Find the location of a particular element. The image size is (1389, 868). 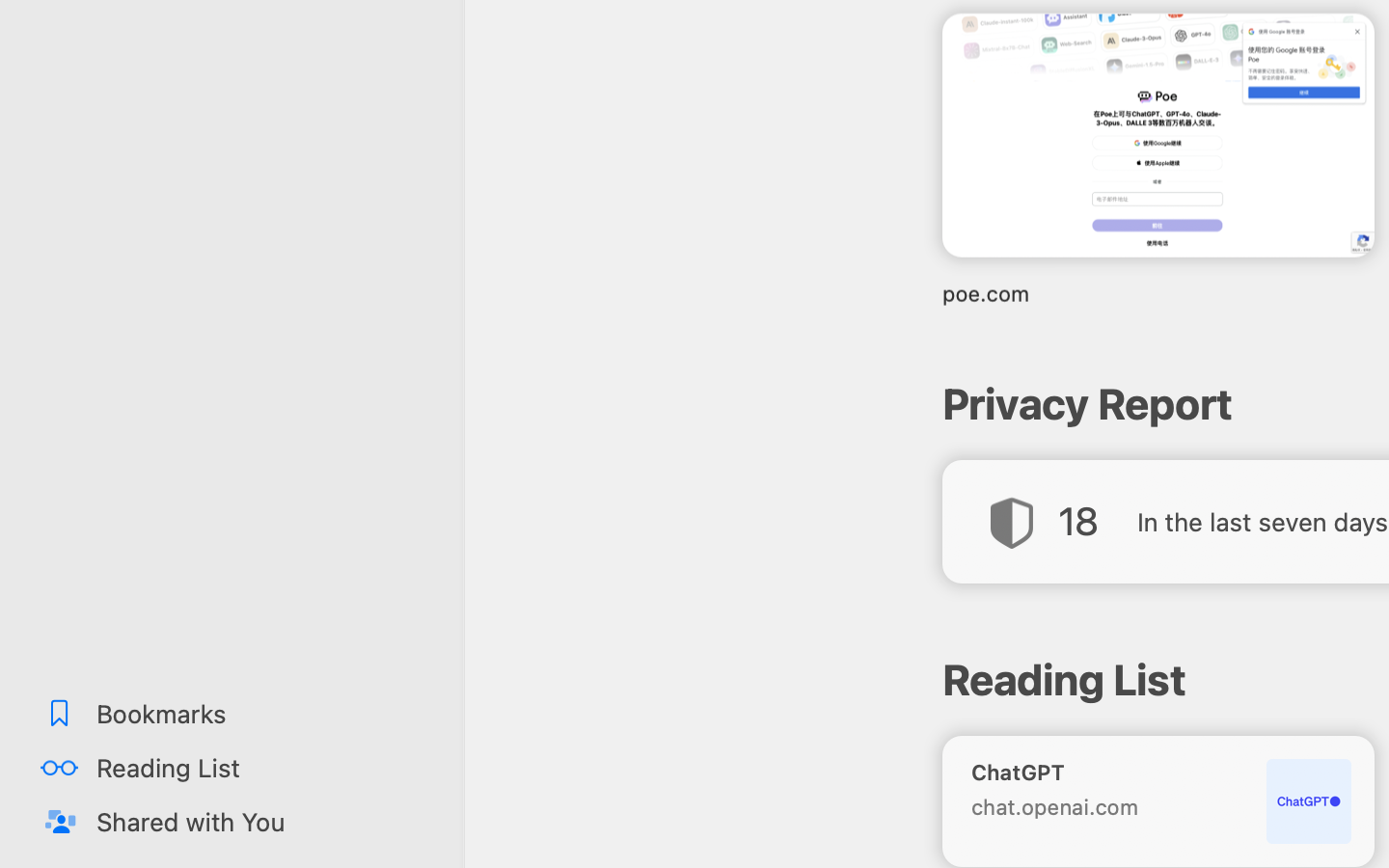

'poe.com' is located at coordinates (1157, 292).